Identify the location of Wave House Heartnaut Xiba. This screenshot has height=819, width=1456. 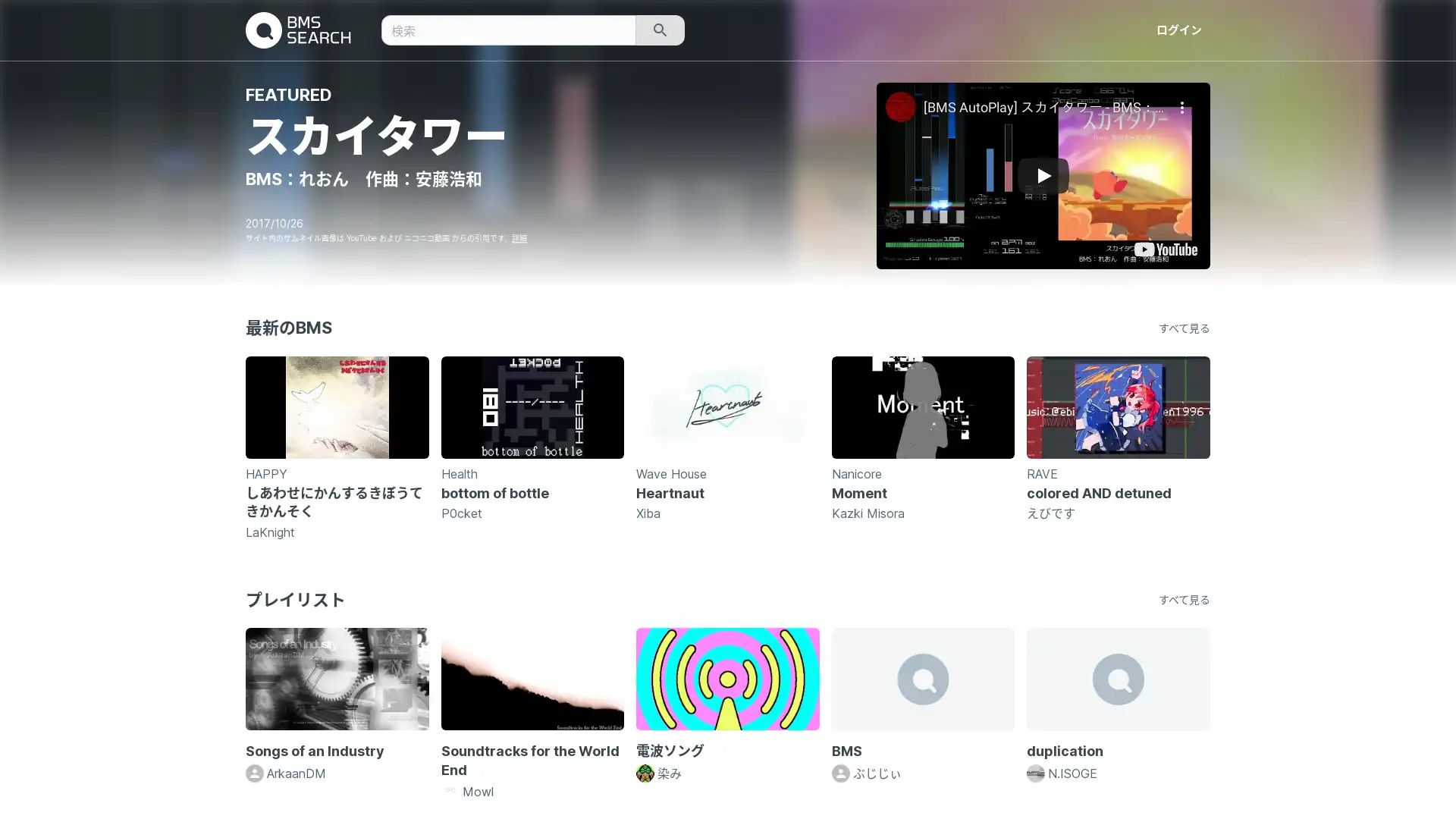
(726, 447).